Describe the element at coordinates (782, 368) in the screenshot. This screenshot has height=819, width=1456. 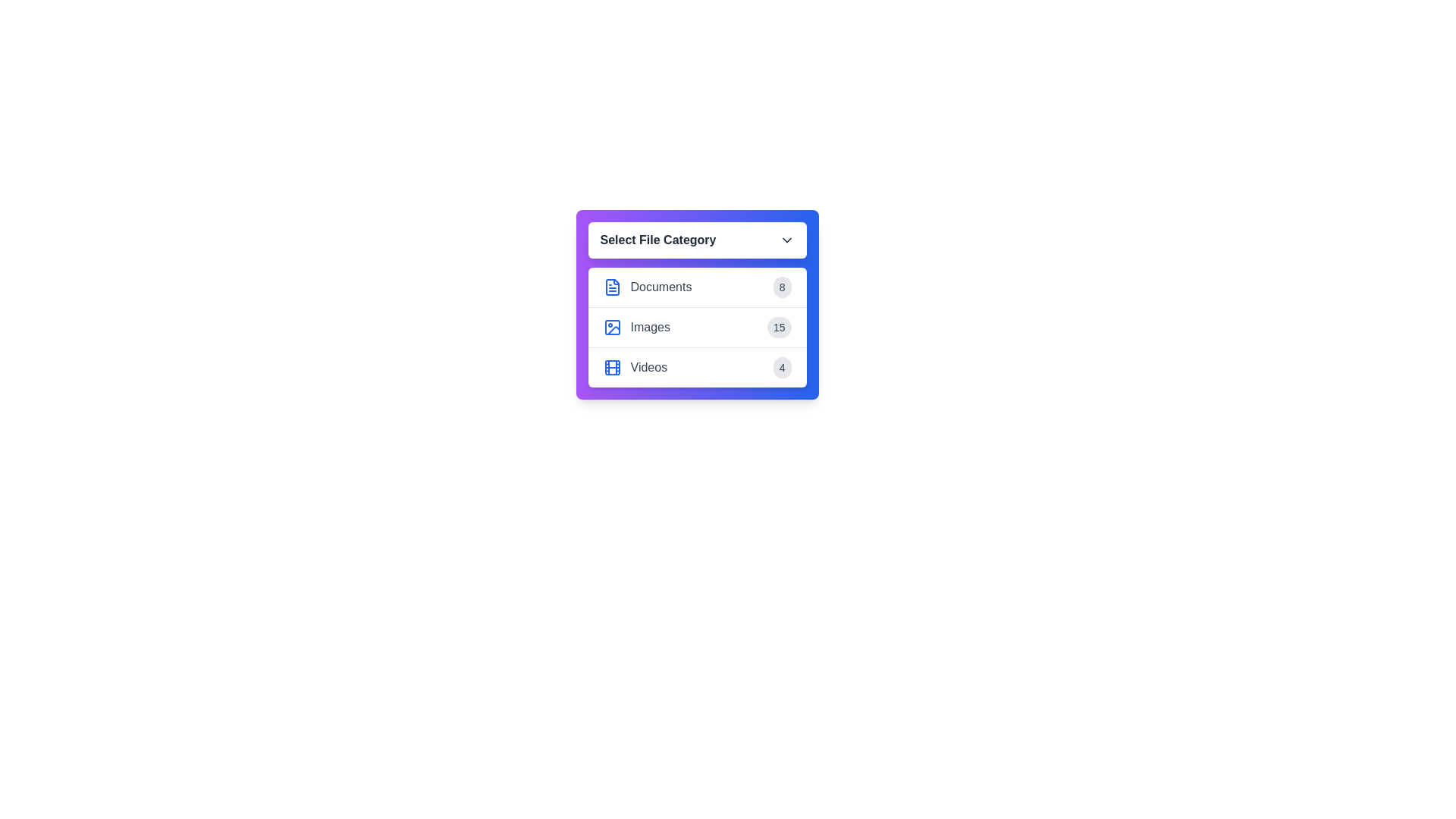
I see `the badge displaying the number '4' located to the right of the 'Videos' label in the dropdown menu` at that location.